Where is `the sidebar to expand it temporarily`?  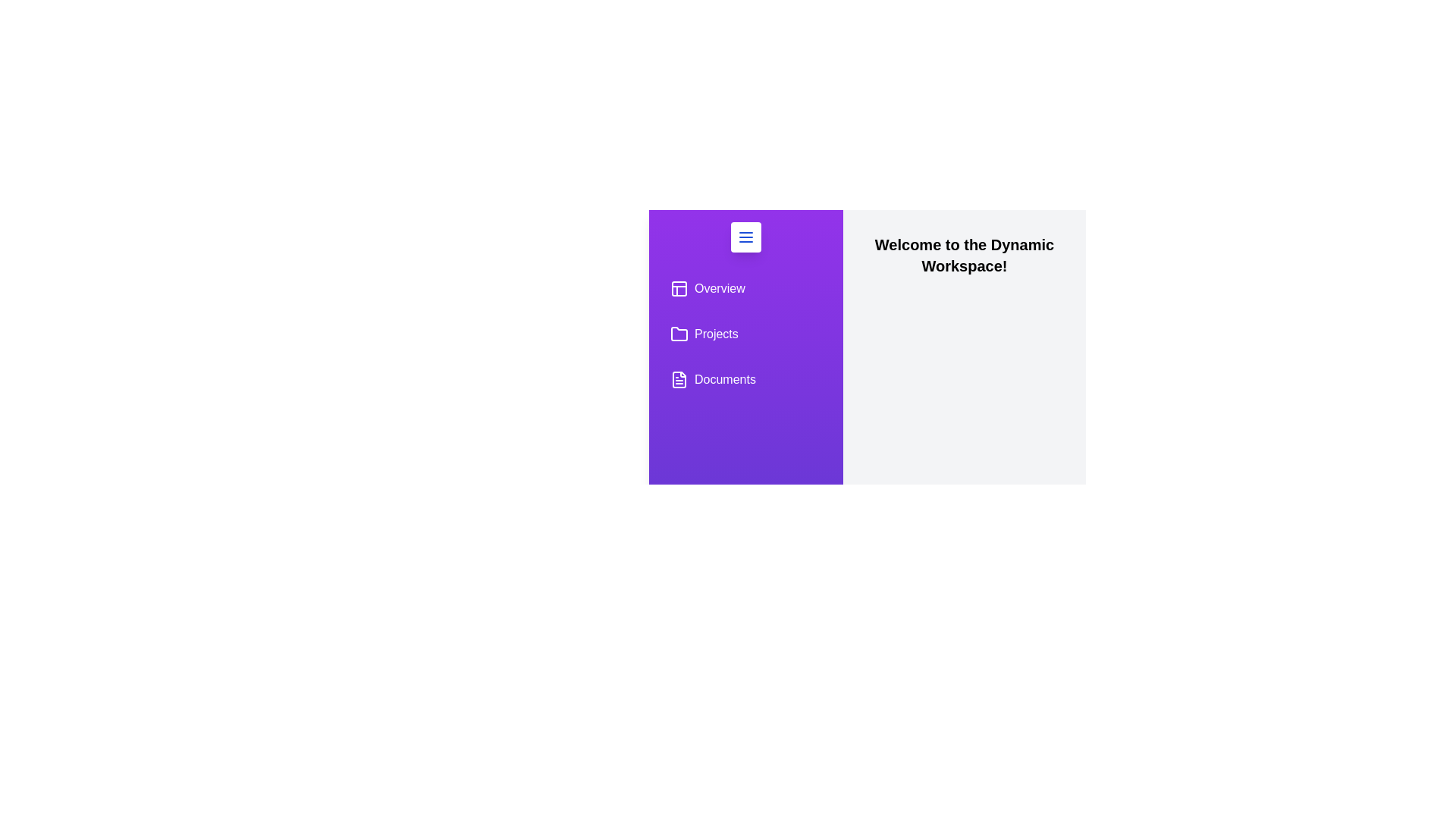
the sidebar to expand it temporarily is located at coordinates (682, 303).